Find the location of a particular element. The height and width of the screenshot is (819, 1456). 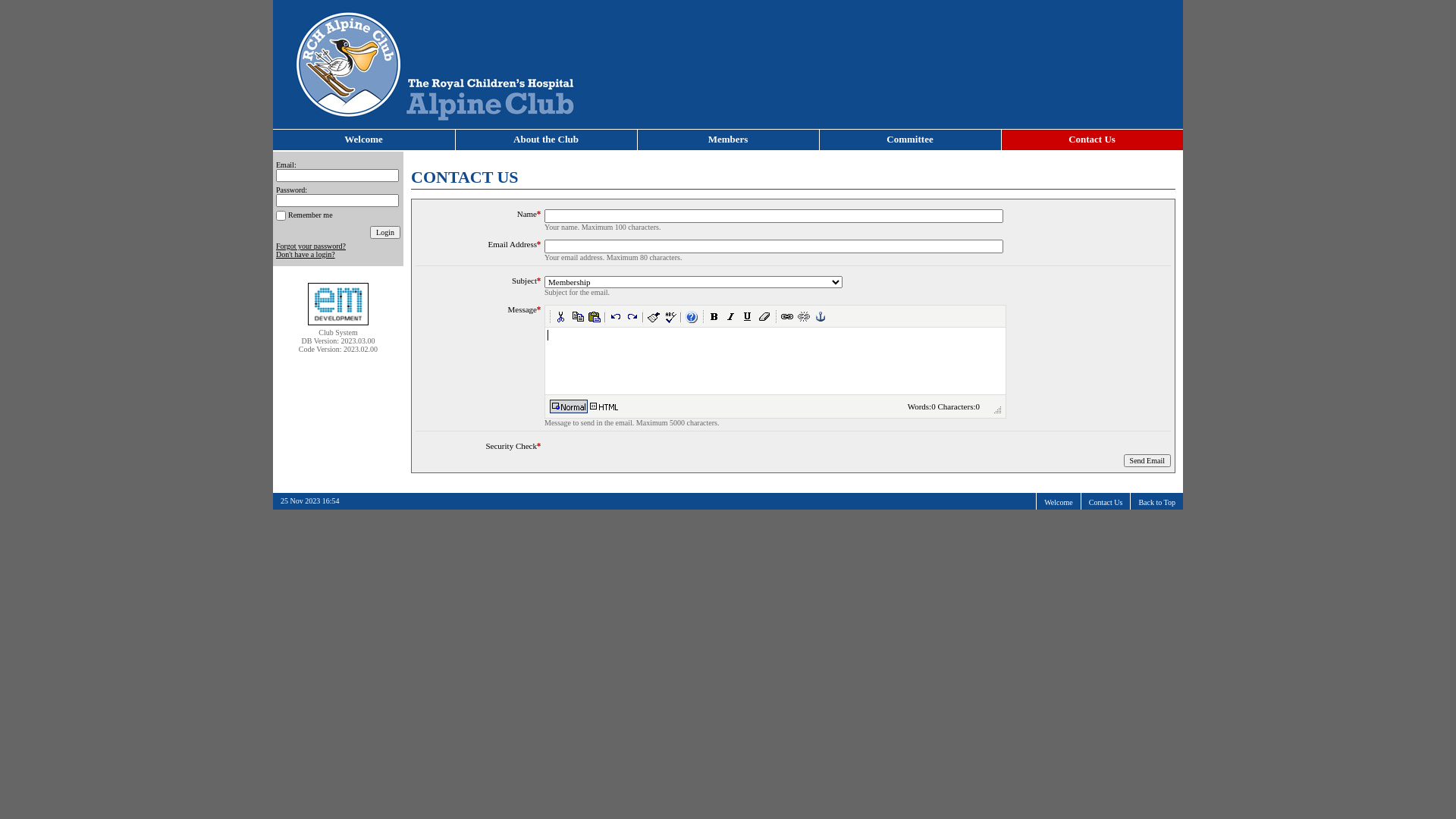

'Normal' is located at coordinates (567, 406).